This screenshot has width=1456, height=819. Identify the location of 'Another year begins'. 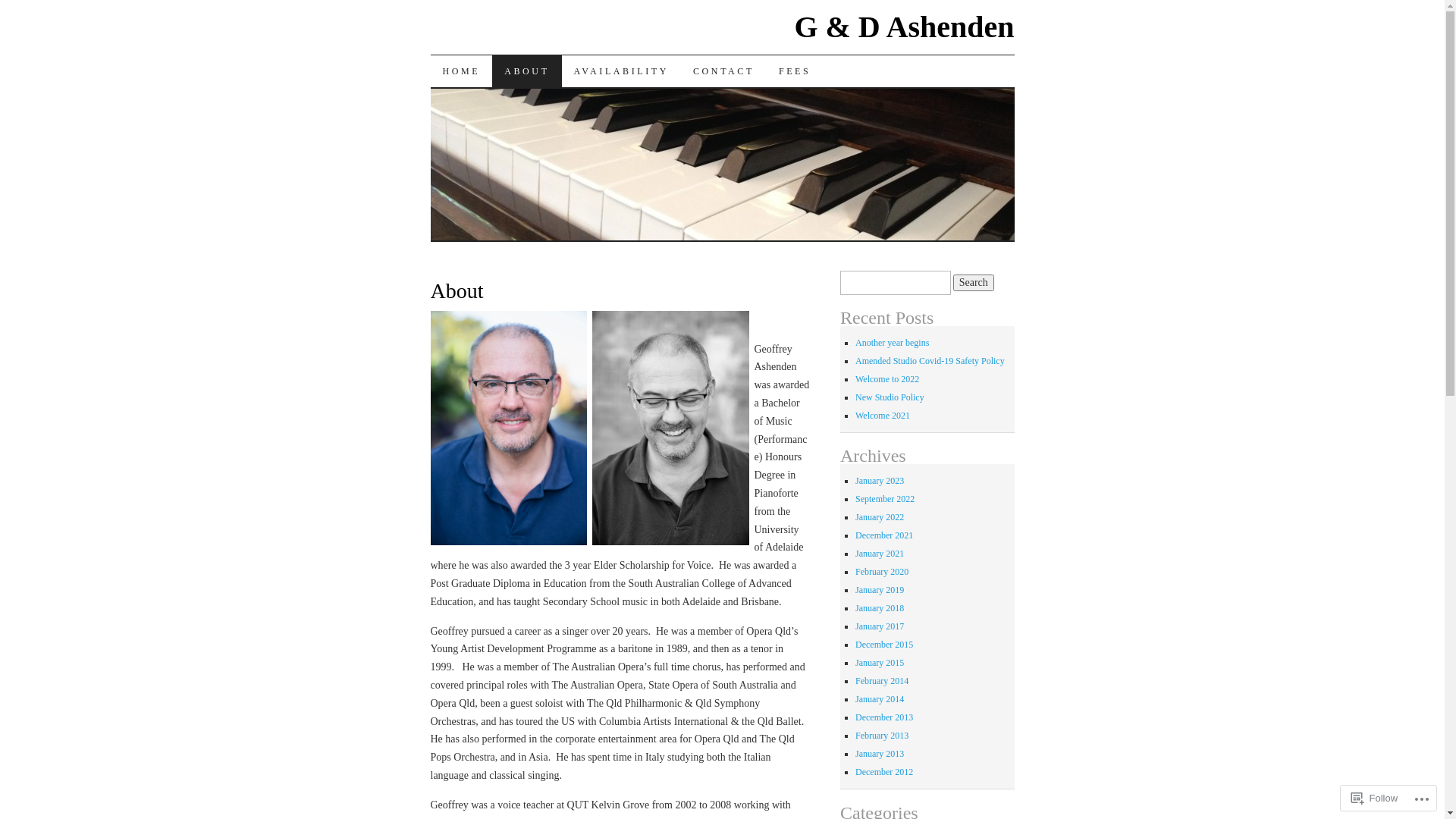
(892, 342).